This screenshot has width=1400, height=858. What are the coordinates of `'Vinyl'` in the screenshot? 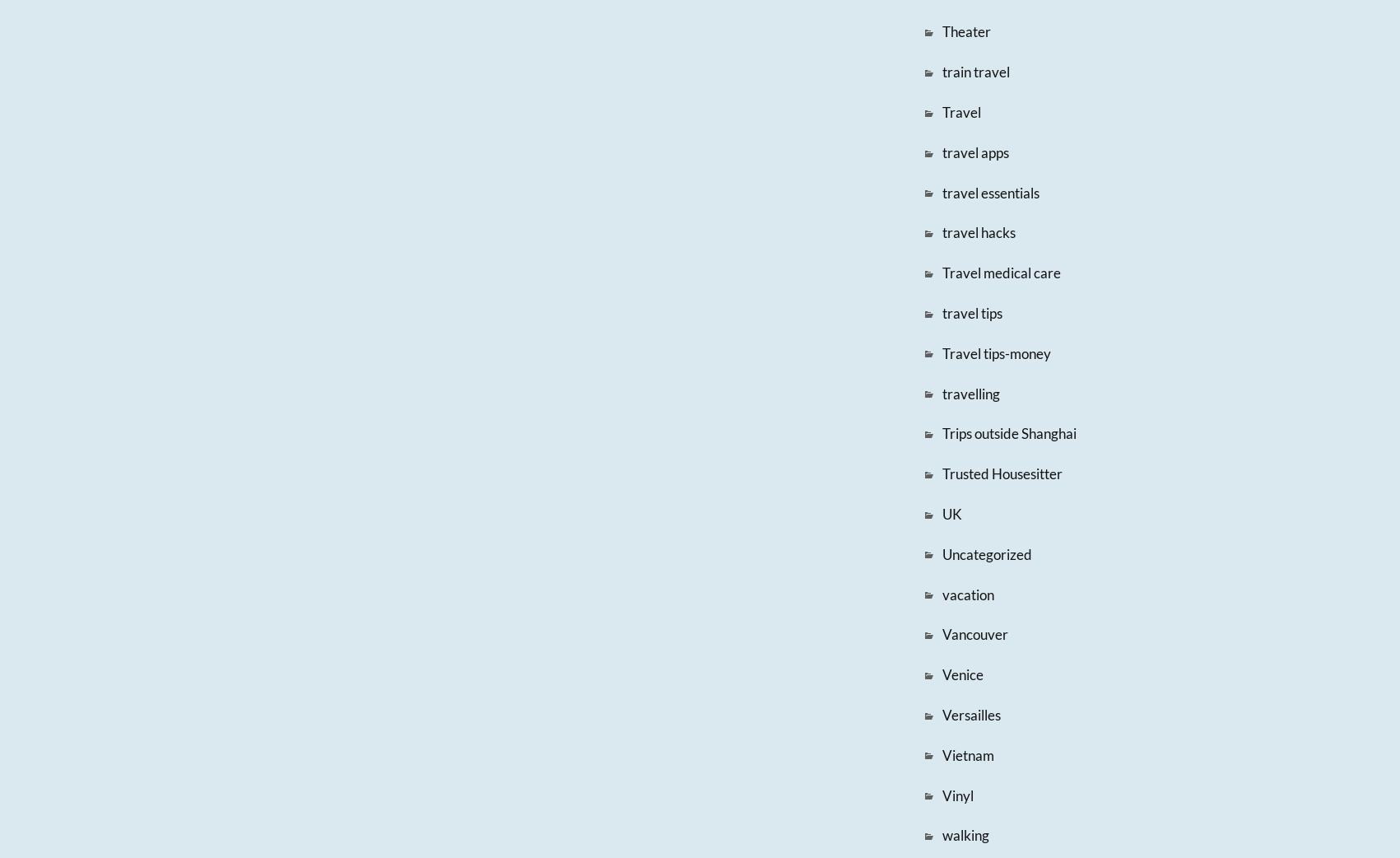 It's located at (956, 795).